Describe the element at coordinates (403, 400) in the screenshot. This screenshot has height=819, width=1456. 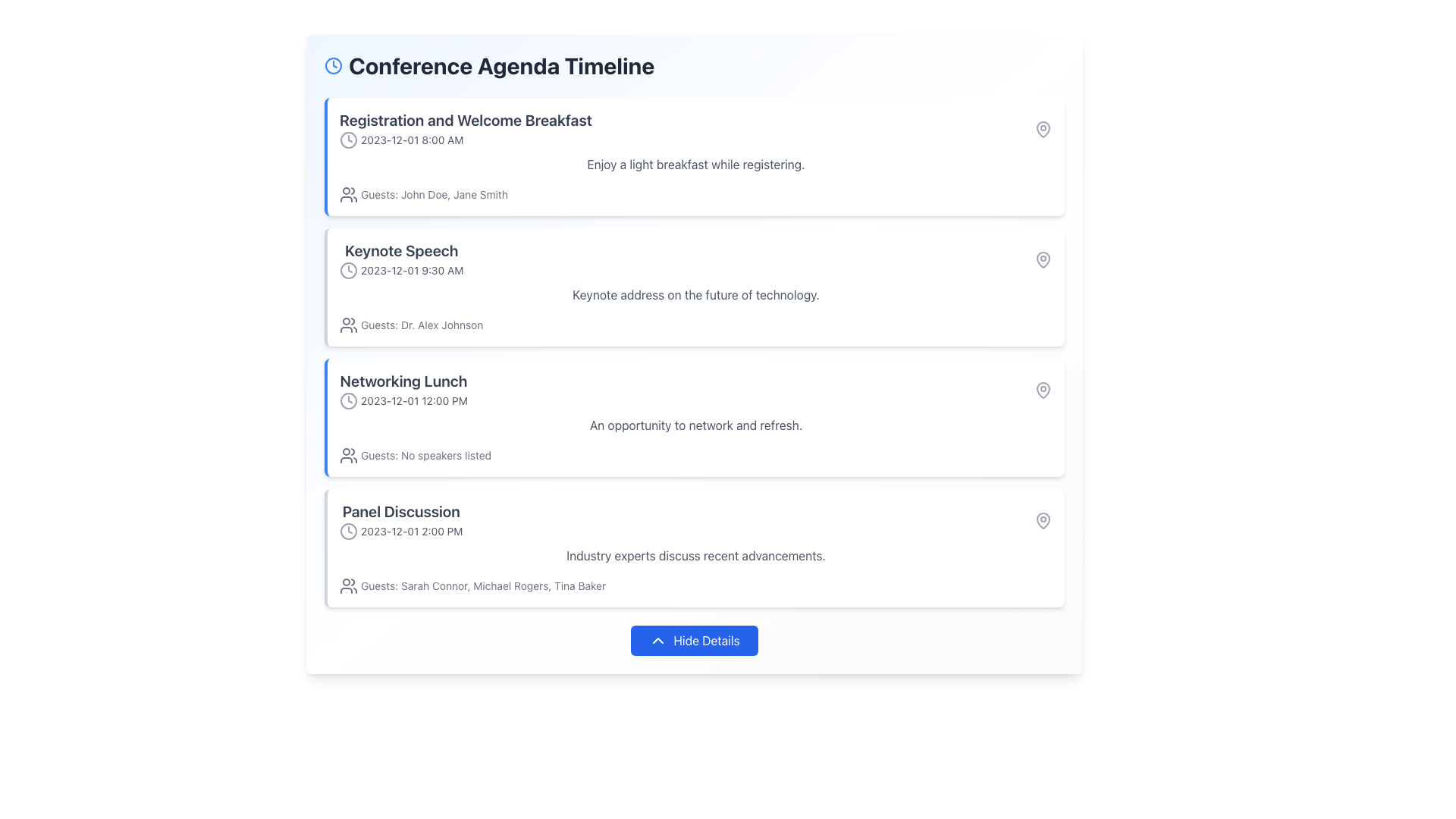
I see `scheduled time information displayed in the text label located under the 'Networking Lunch' title, to the right of the clock icon, within the third card of the events list` at that location.